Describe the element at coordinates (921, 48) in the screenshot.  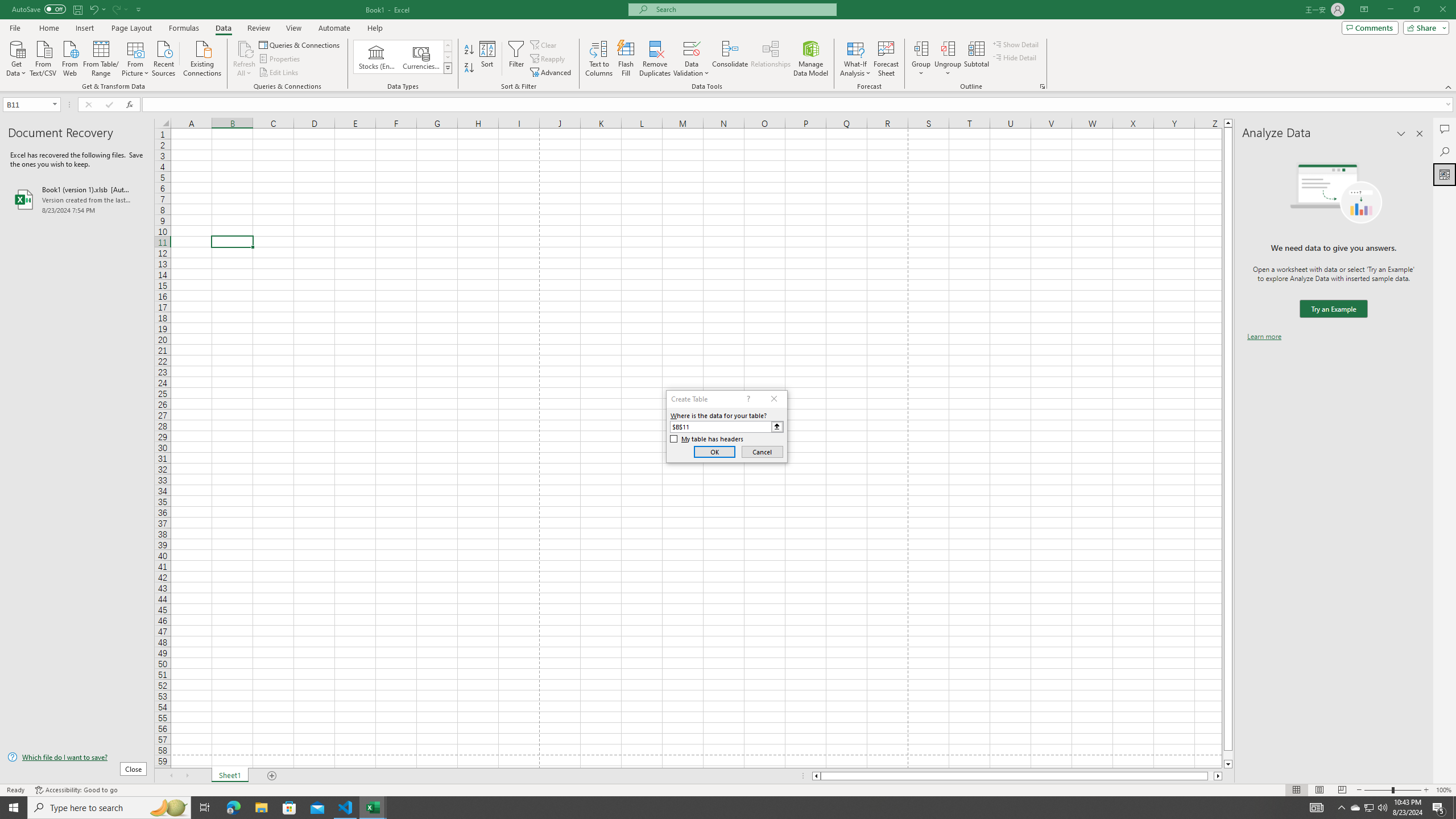
I see `'Group...'` at that location.